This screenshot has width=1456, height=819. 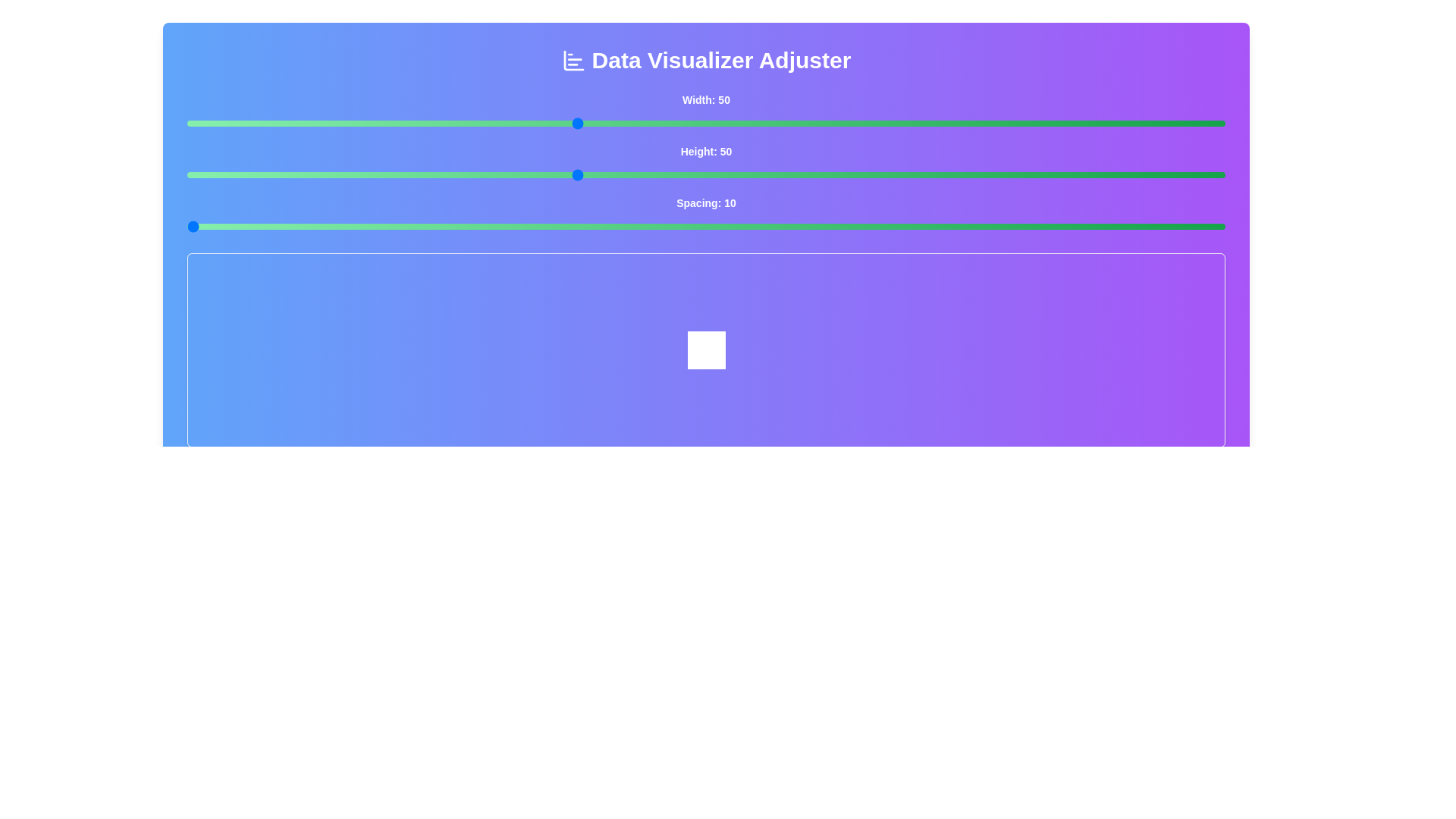 What do you see at coordinates (290, 122) in the screenshot?
I see `the 'Width' slider to 28` at bounding box center [290, 122].